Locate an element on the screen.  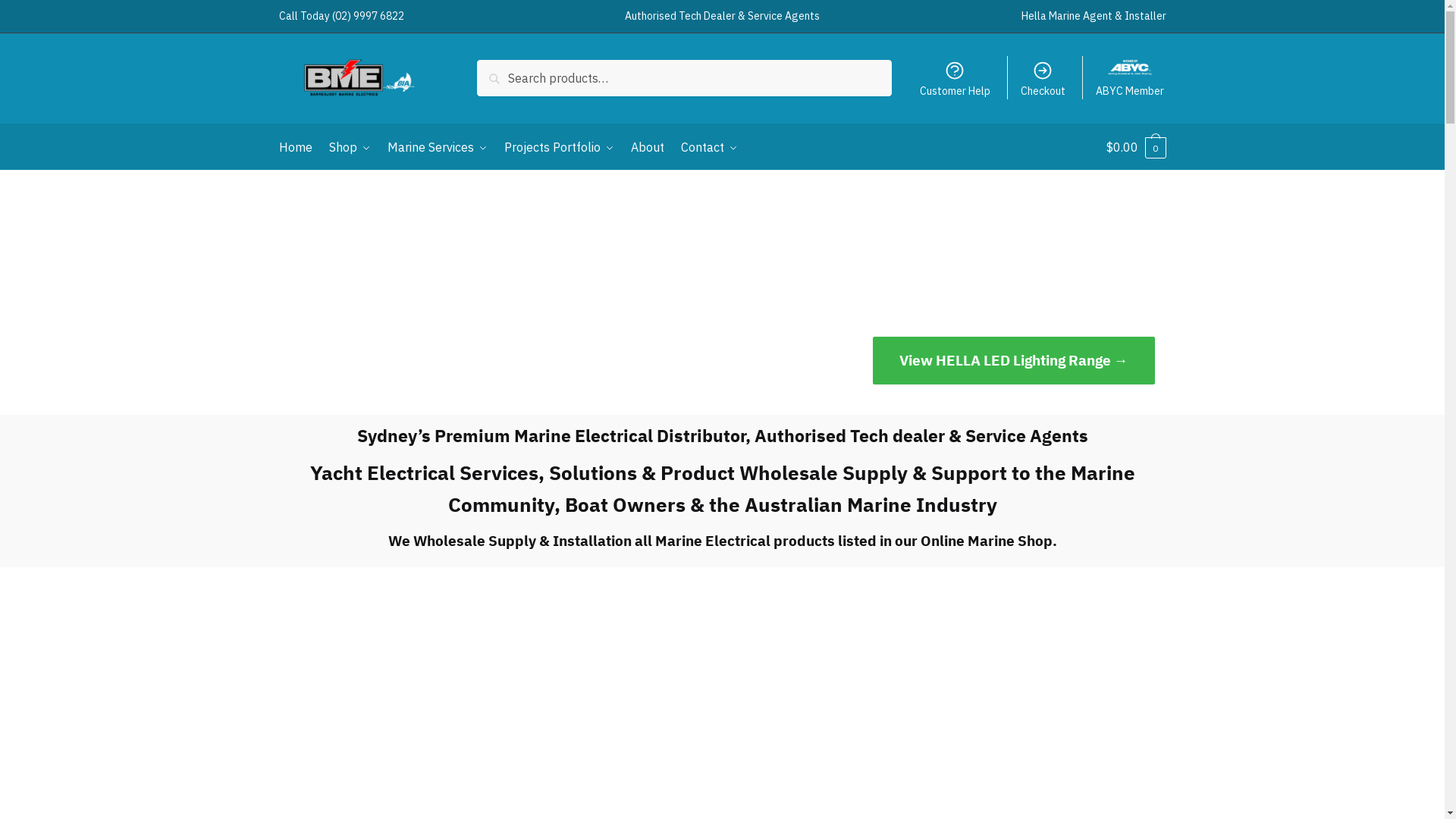
'Home' is located at coordinates (299, 146).